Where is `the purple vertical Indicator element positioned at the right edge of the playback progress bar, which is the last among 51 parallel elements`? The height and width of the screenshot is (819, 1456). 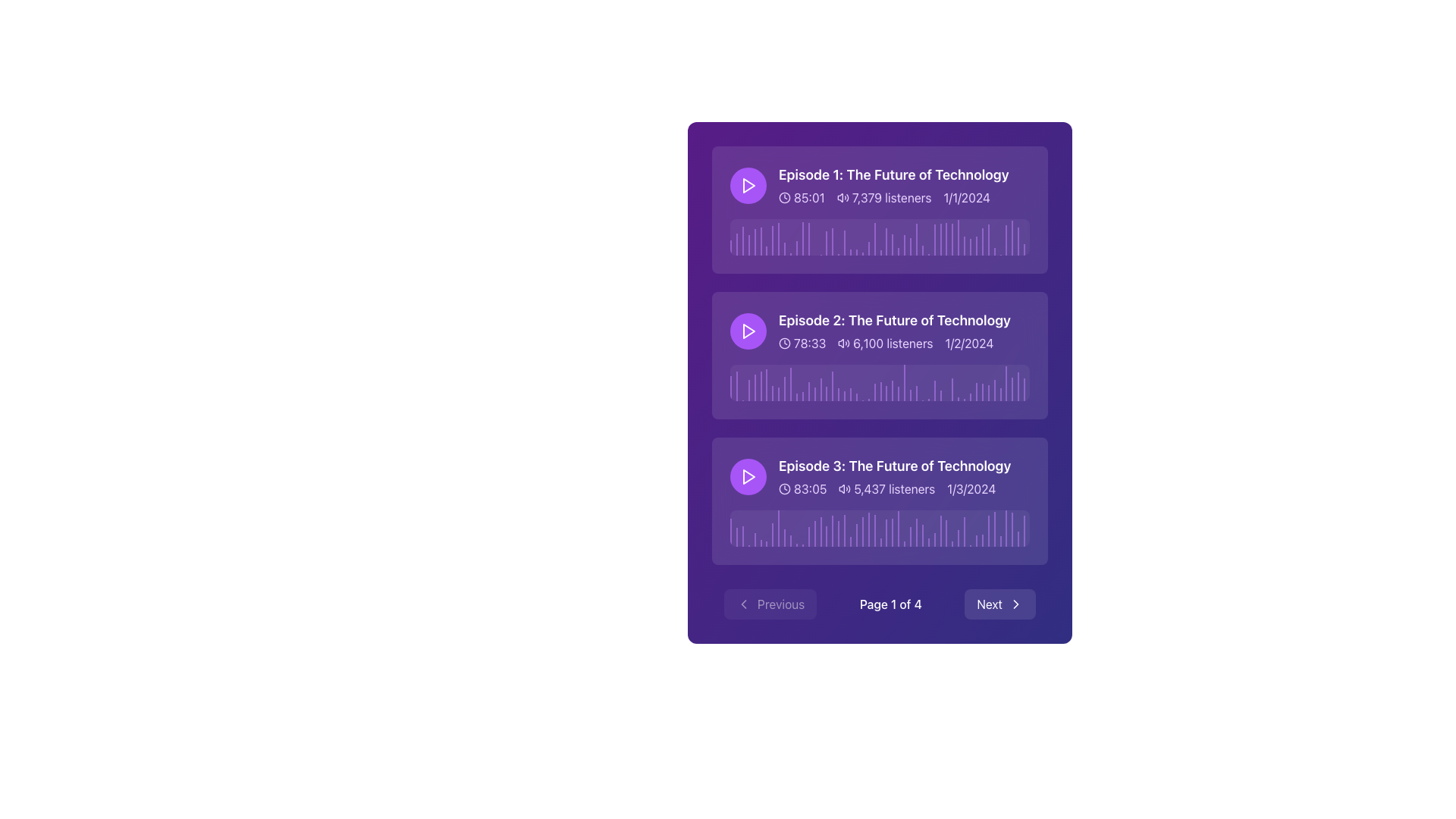 the purple vertical Indicator element positioned at the right edge of the playback progress bar, which is the last among 51 parallel elements is located at coordinates (1018, 386).